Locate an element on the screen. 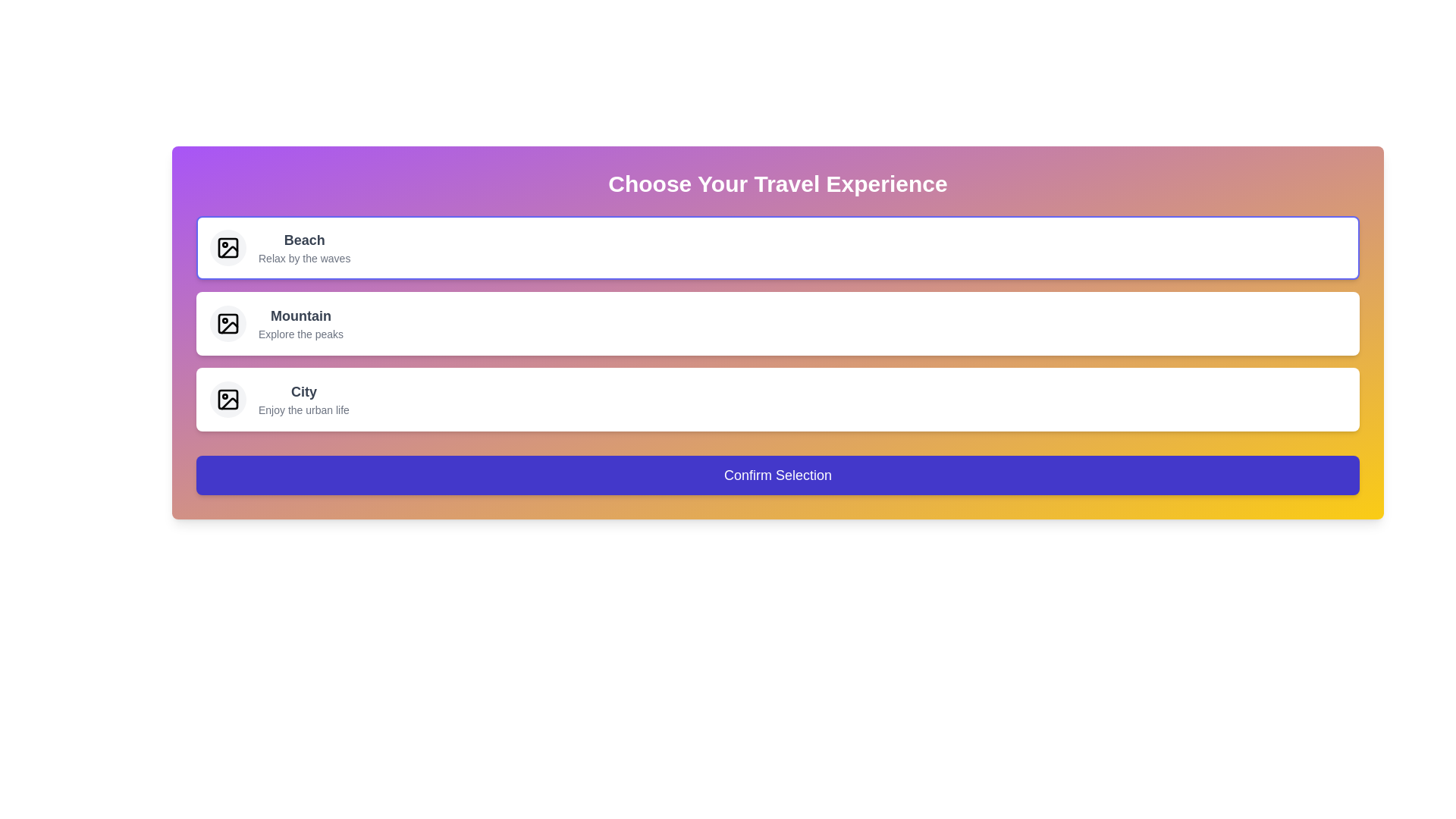  the 'Confirm Selection' button, which has a blue background and white text, located at the bottom of the panel is located at coordinates (778, 475).